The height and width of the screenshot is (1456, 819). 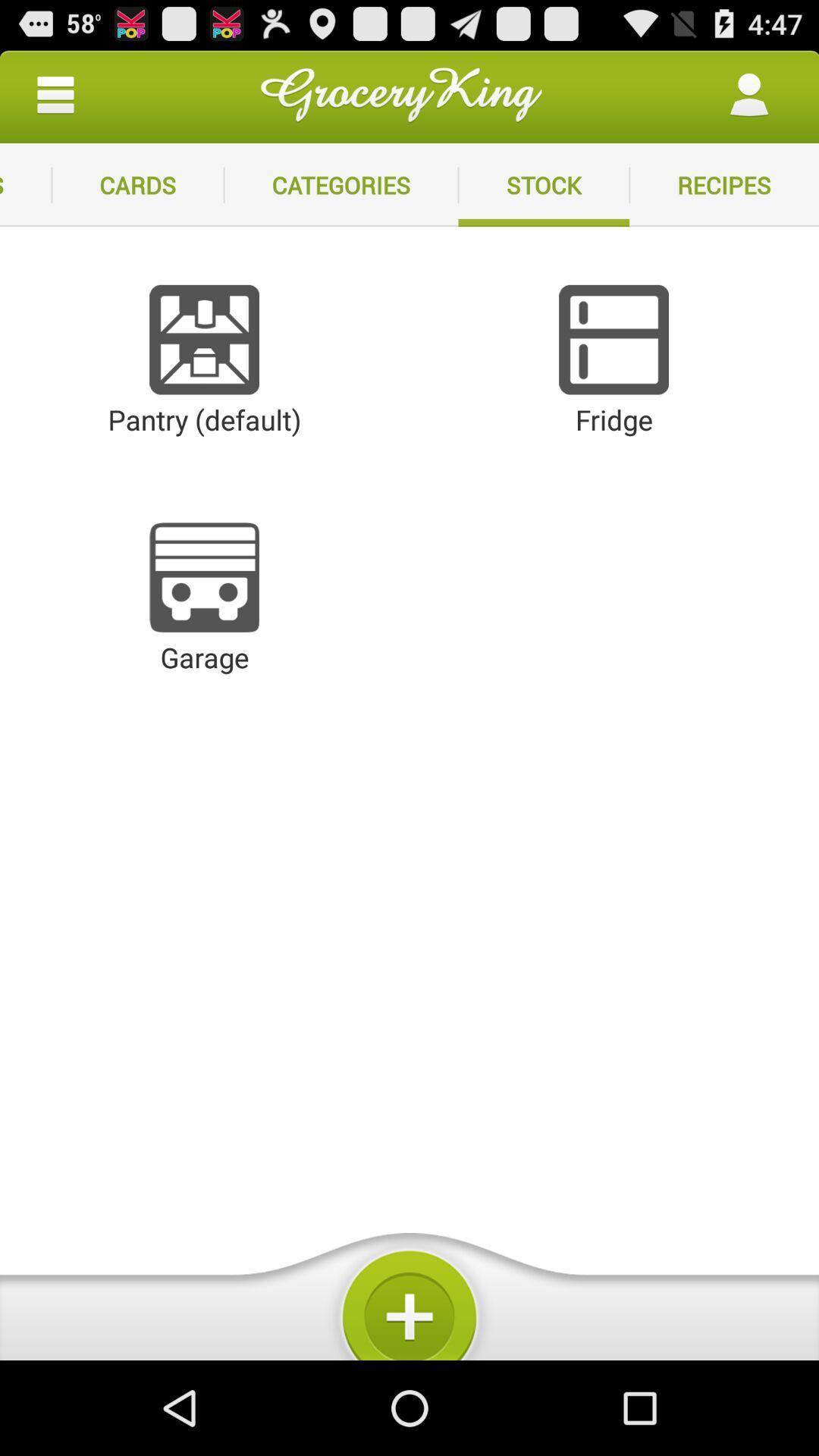 What do you see at coordinates (543, 184) in the screenshot?
I see `the stock app` at bounding box center [543, 184].